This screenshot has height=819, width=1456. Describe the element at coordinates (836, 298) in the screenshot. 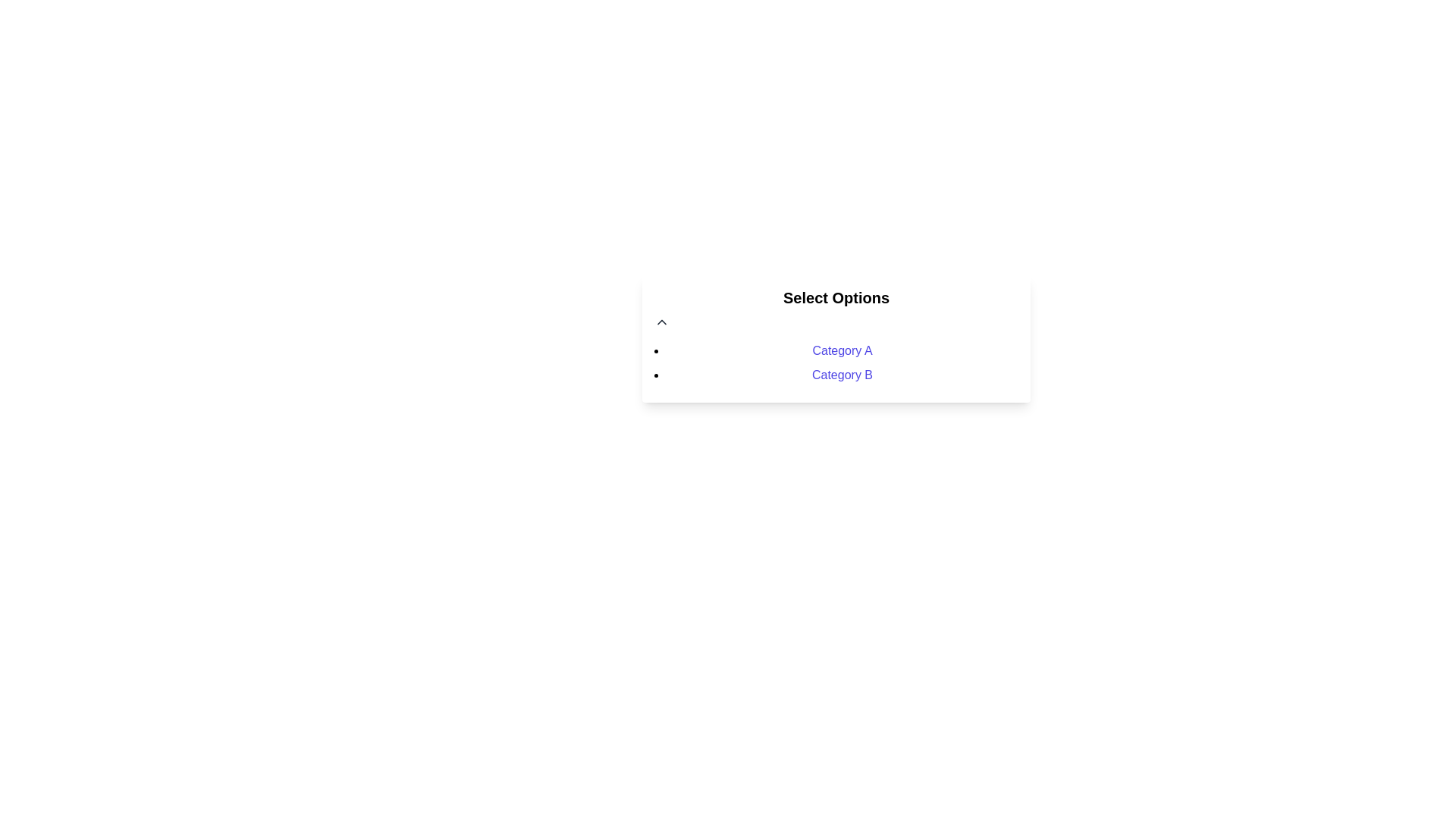

I see `the non-interactive text label at the top of the dropdown menu, which serves as a title for the options below it` at that location.